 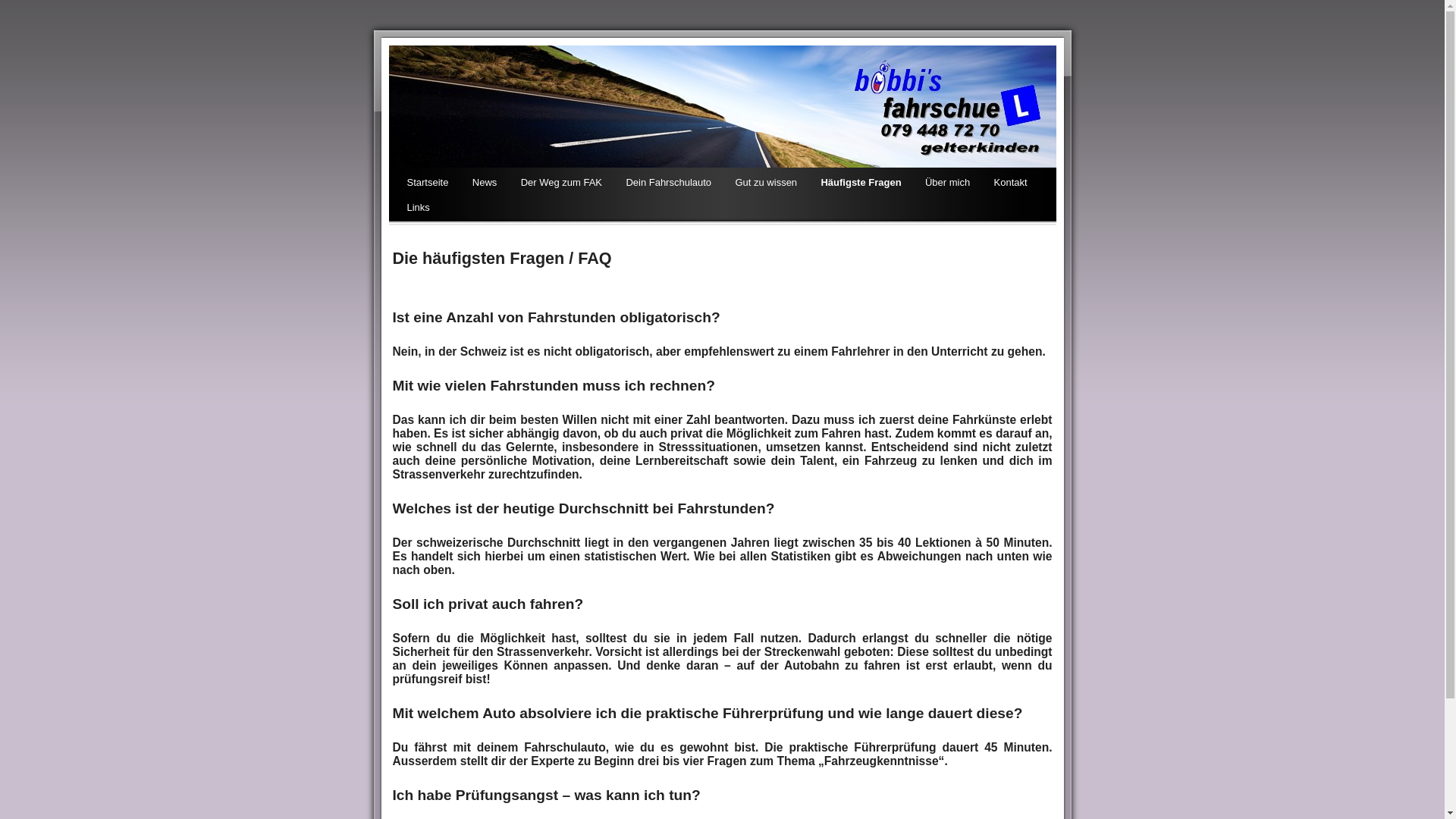 What do you see at coordinates (426, 183) in the screenshot?
I see `'Startseite'` at bounding box center [426, 183].